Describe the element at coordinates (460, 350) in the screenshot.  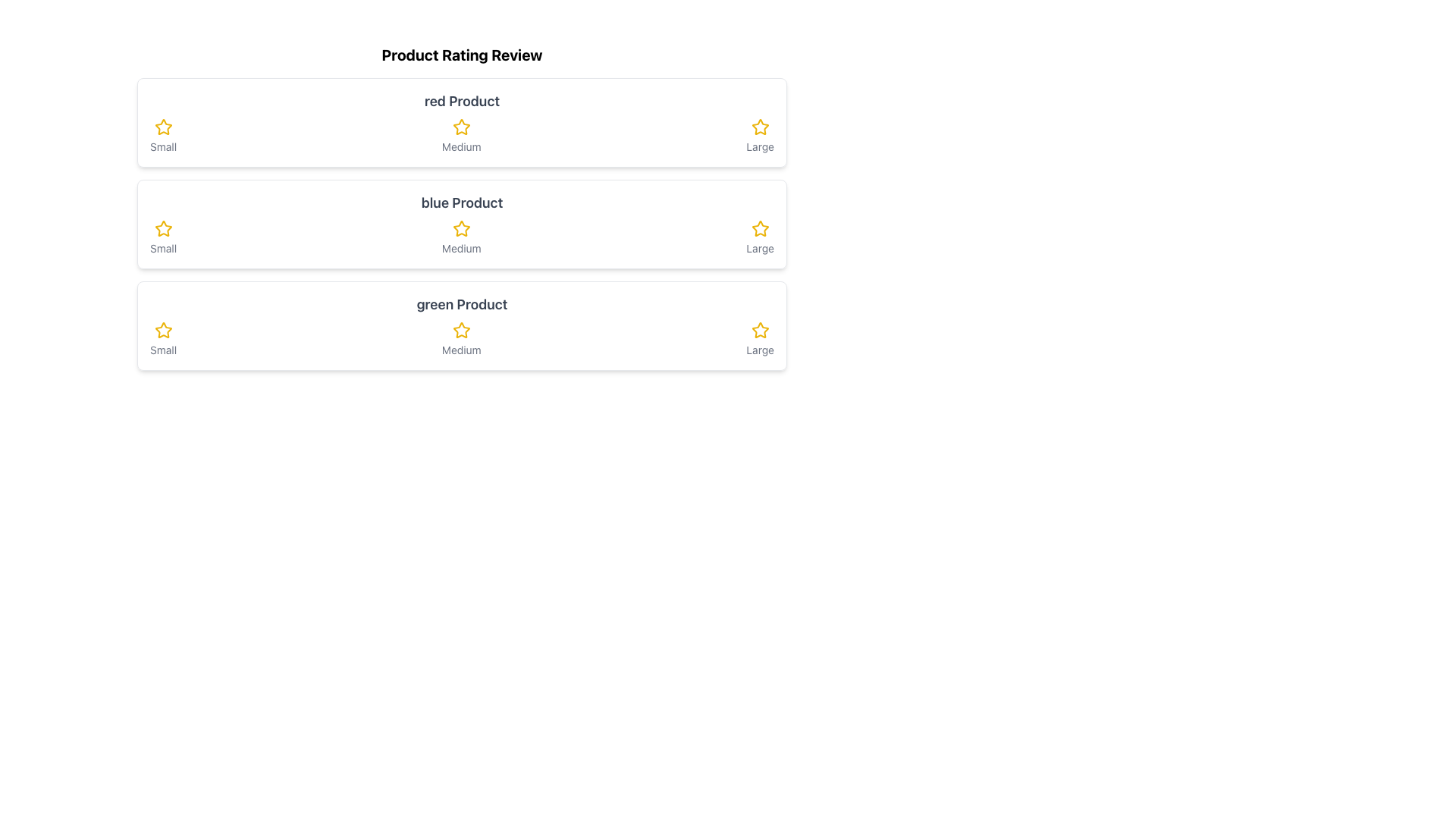
I see `the 'Medium' rating label located centrally under the yellow star icon in the third row below the 'green Product' header` at that location.